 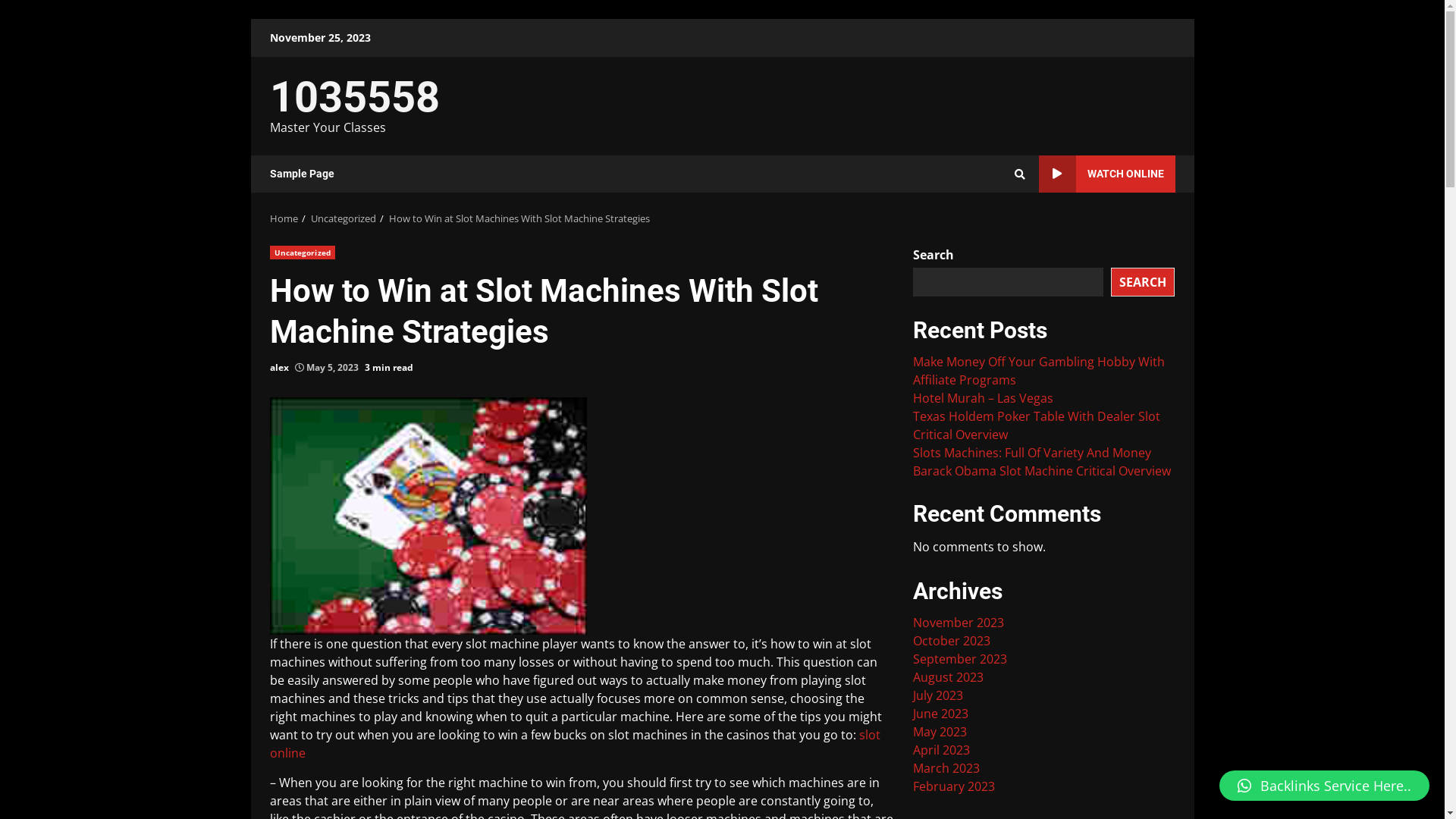 I want to click on 'alex', so click(x=279, y=368).